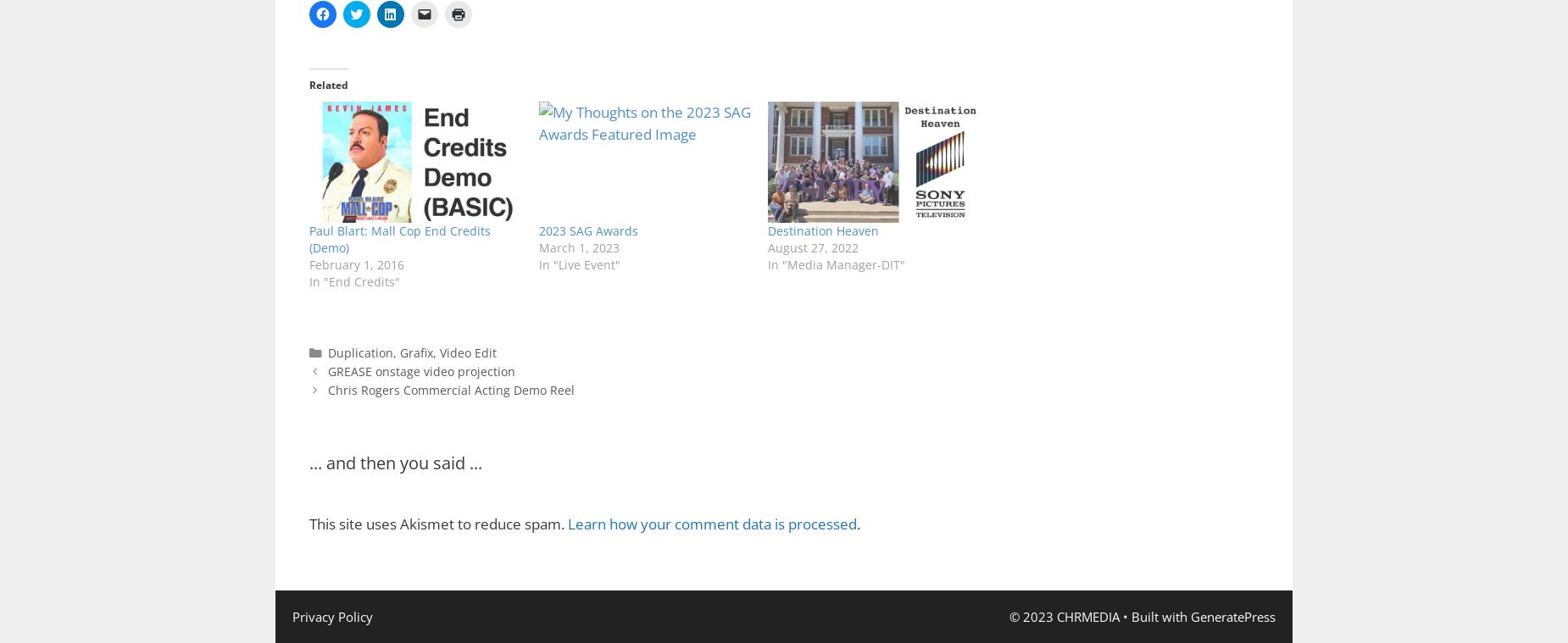  Describe the element at coordinates (438, 522) in the screenshot. I see `'This site uses Akismet to reduce spam.'` at that location.